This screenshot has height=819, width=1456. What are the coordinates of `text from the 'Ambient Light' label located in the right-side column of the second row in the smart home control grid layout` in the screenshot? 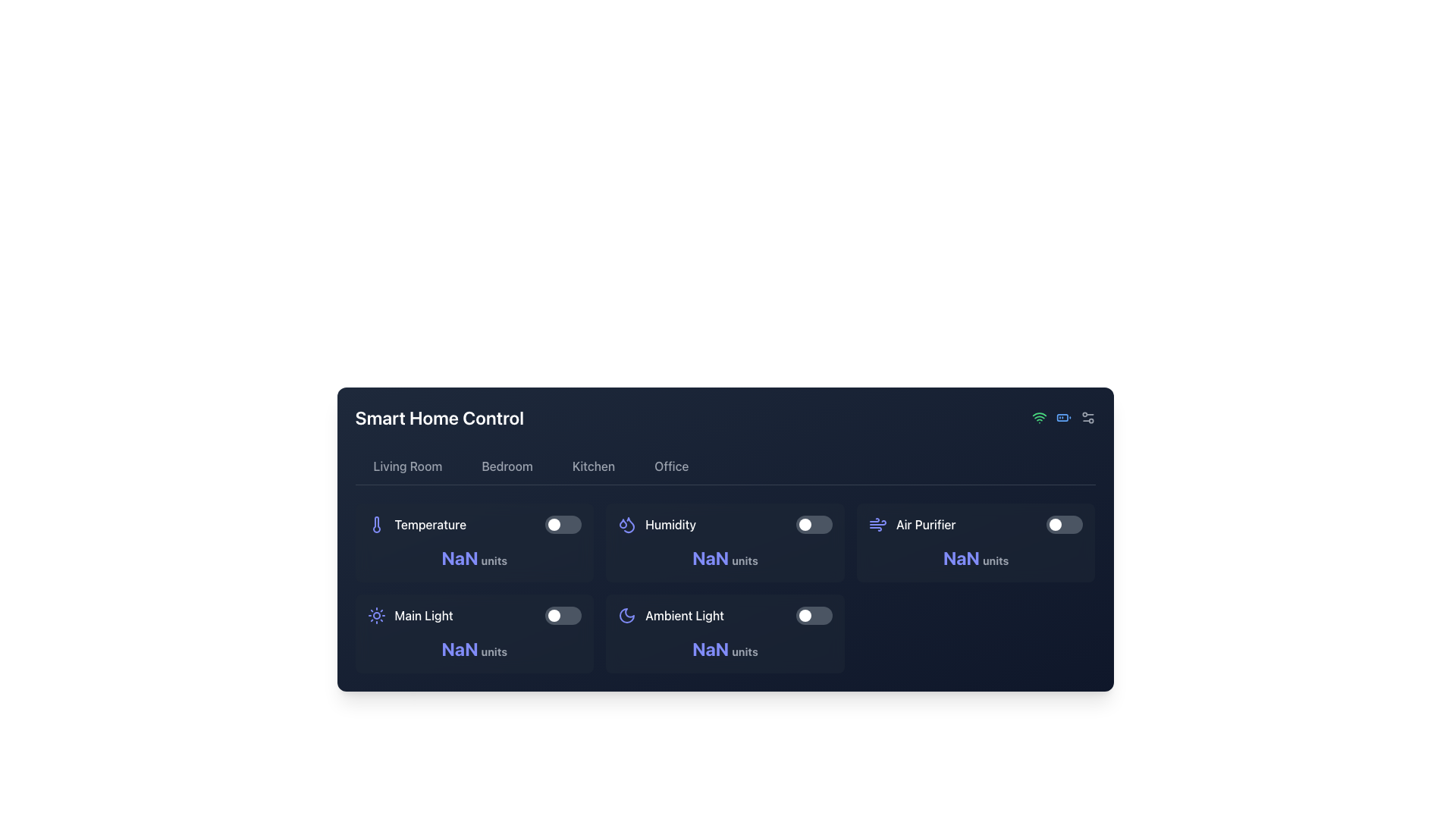 It's located at (684, 616).